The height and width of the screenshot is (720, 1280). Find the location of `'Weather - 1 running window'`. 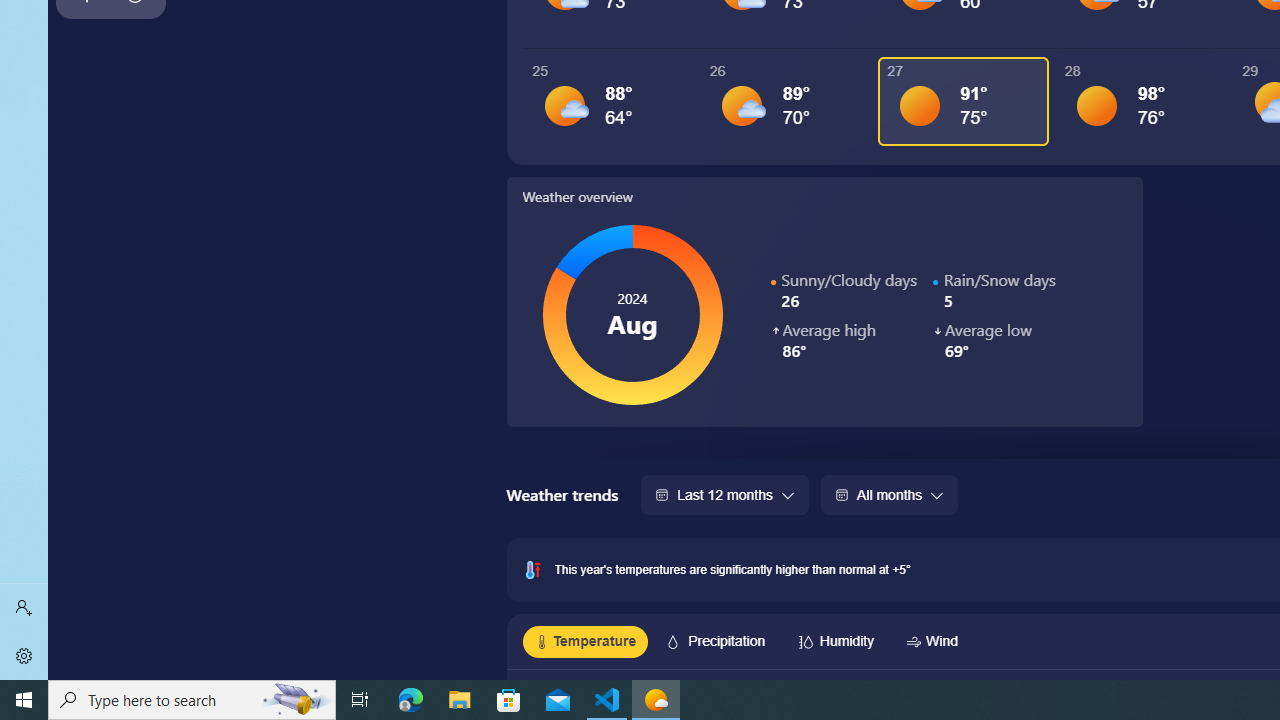

'Weather - 1 running window' is located at coordinates (656, 698).